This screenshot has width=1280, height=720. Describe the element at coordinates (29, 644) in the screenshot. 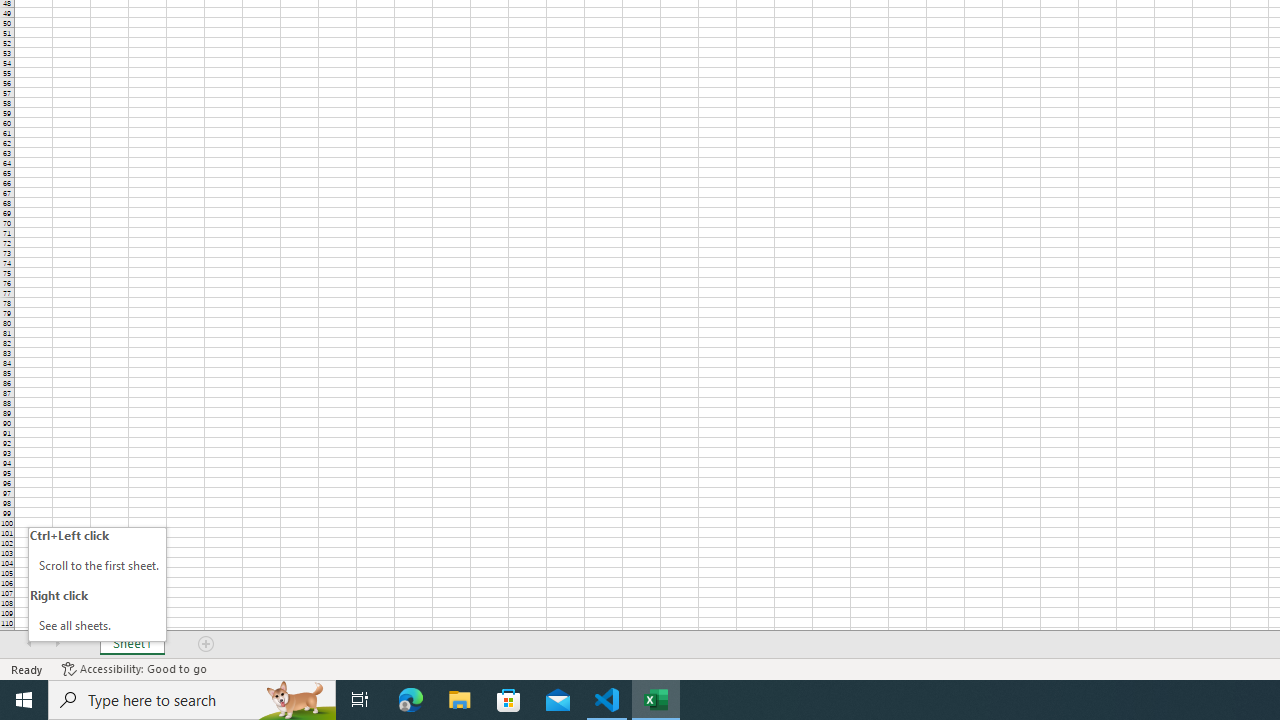

I see `'Scroll Left'` at that location.